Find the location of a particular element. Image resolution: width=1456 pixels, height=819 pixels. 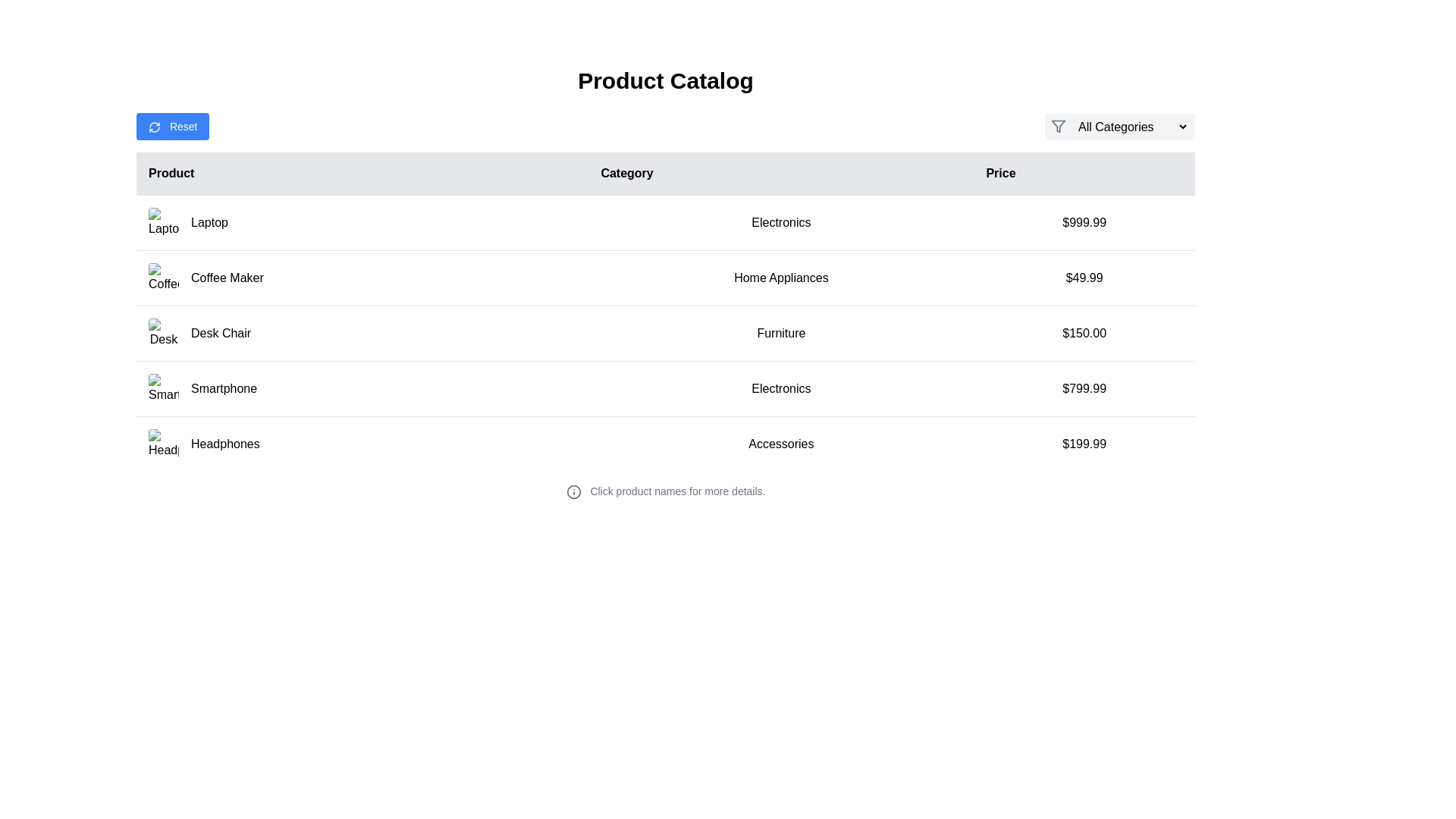

the structured content row for the Coffee Maker product is located at coordinates (666, 278).